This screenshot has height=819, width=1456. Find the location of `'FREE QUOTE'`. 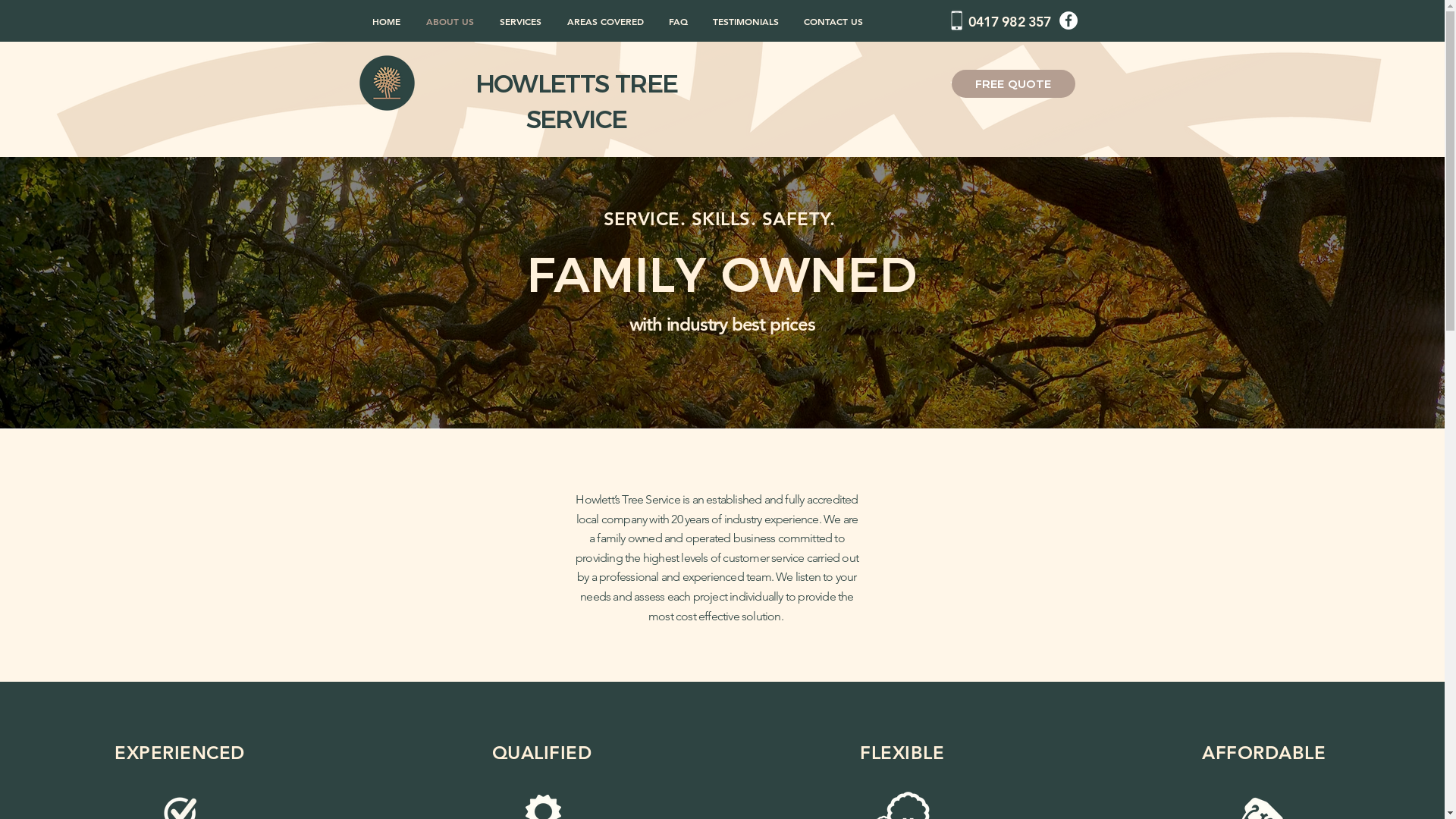

'FREE QUOTE' is located at coordinates (1012, 83).